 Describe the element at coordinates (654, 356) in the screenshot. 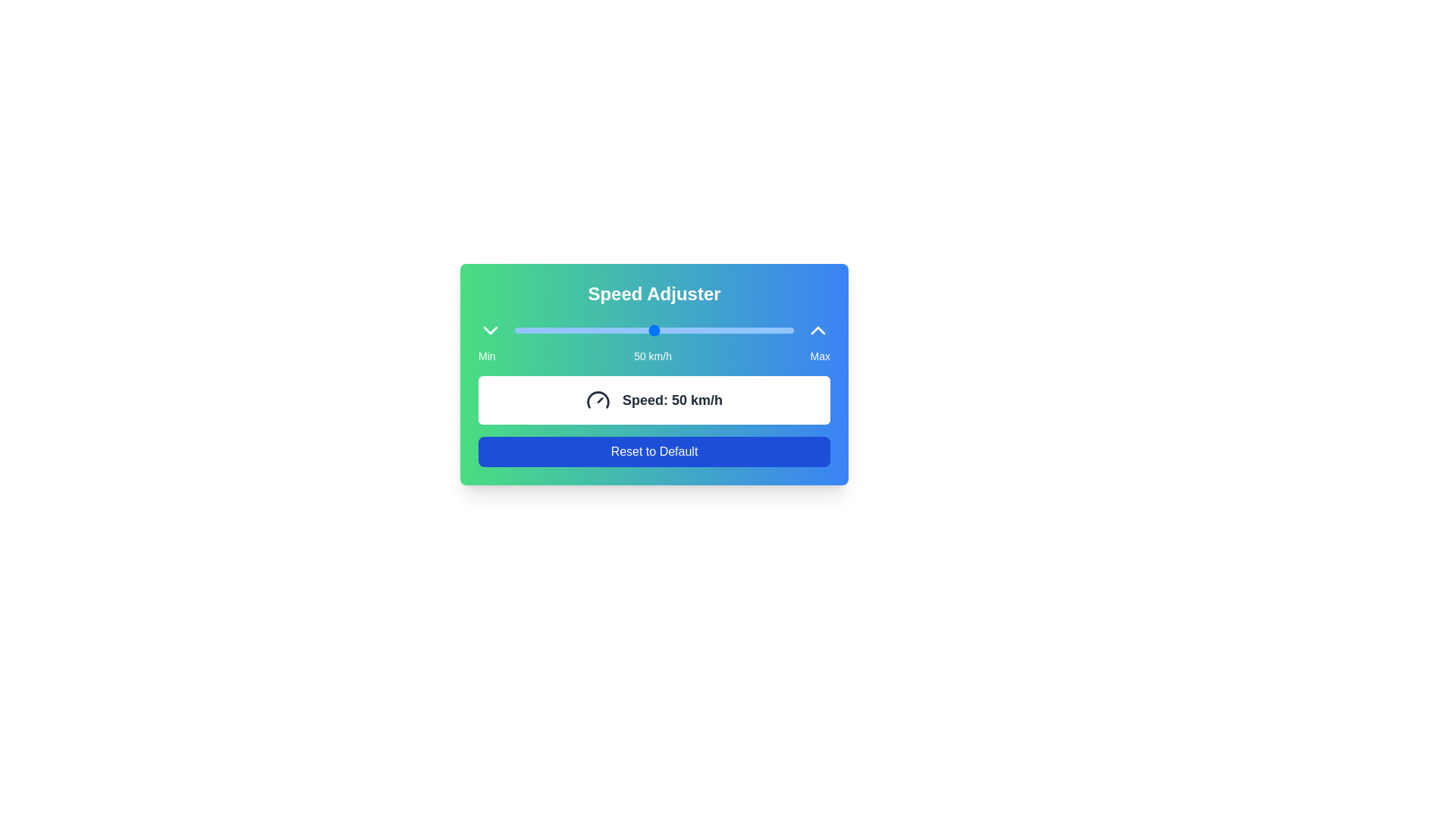

I see `the Textual Indicator of the Speed Adjuster component, which displays the minimum, current, and maximum speed values` at that location.